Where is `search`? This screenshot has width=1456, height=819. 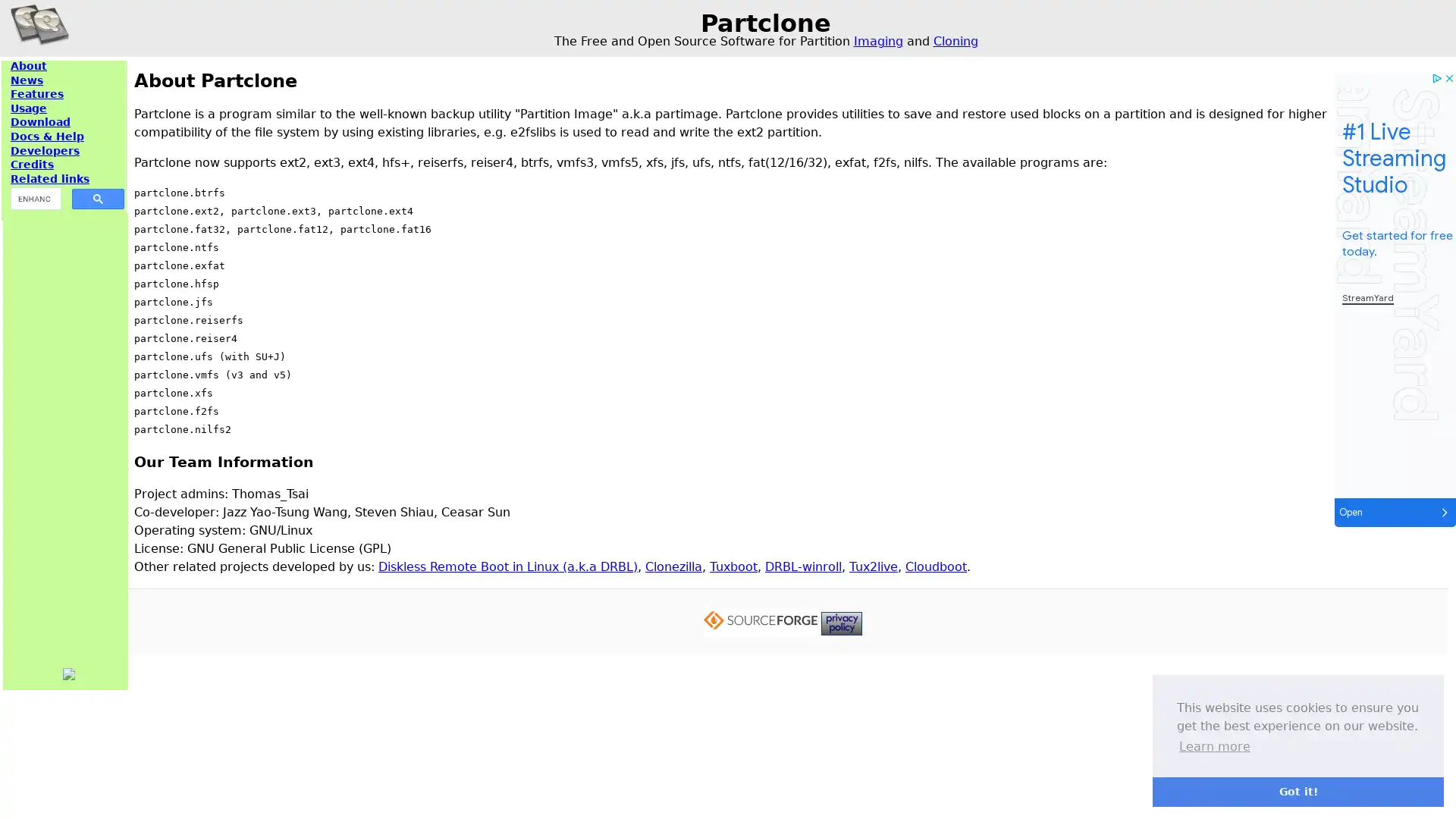 search is located at coordinates (97, 197).